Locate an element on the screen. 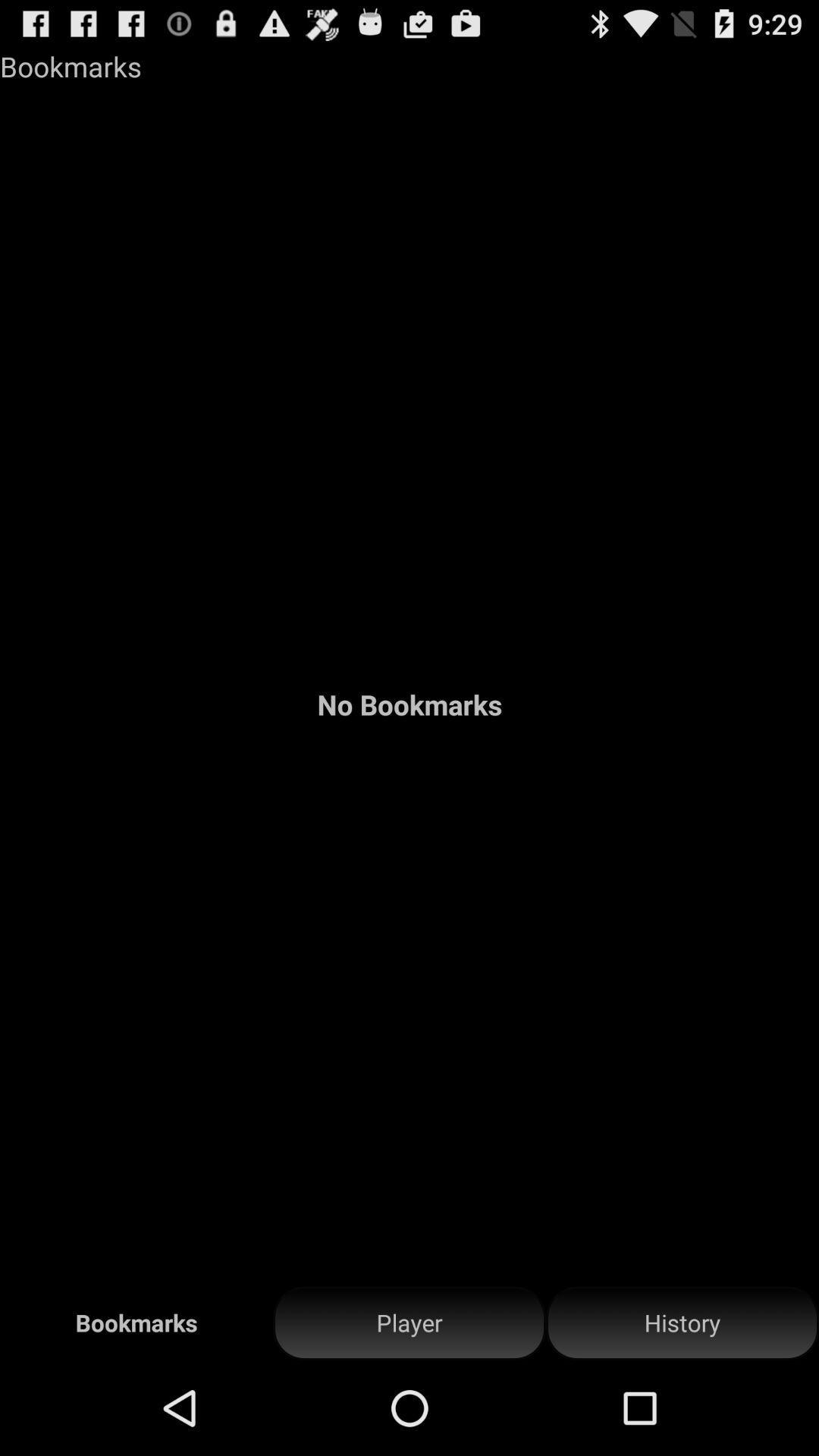 The image size is (819, 1456). the icon to the left of the history item is located at coordinates (409, 1323).